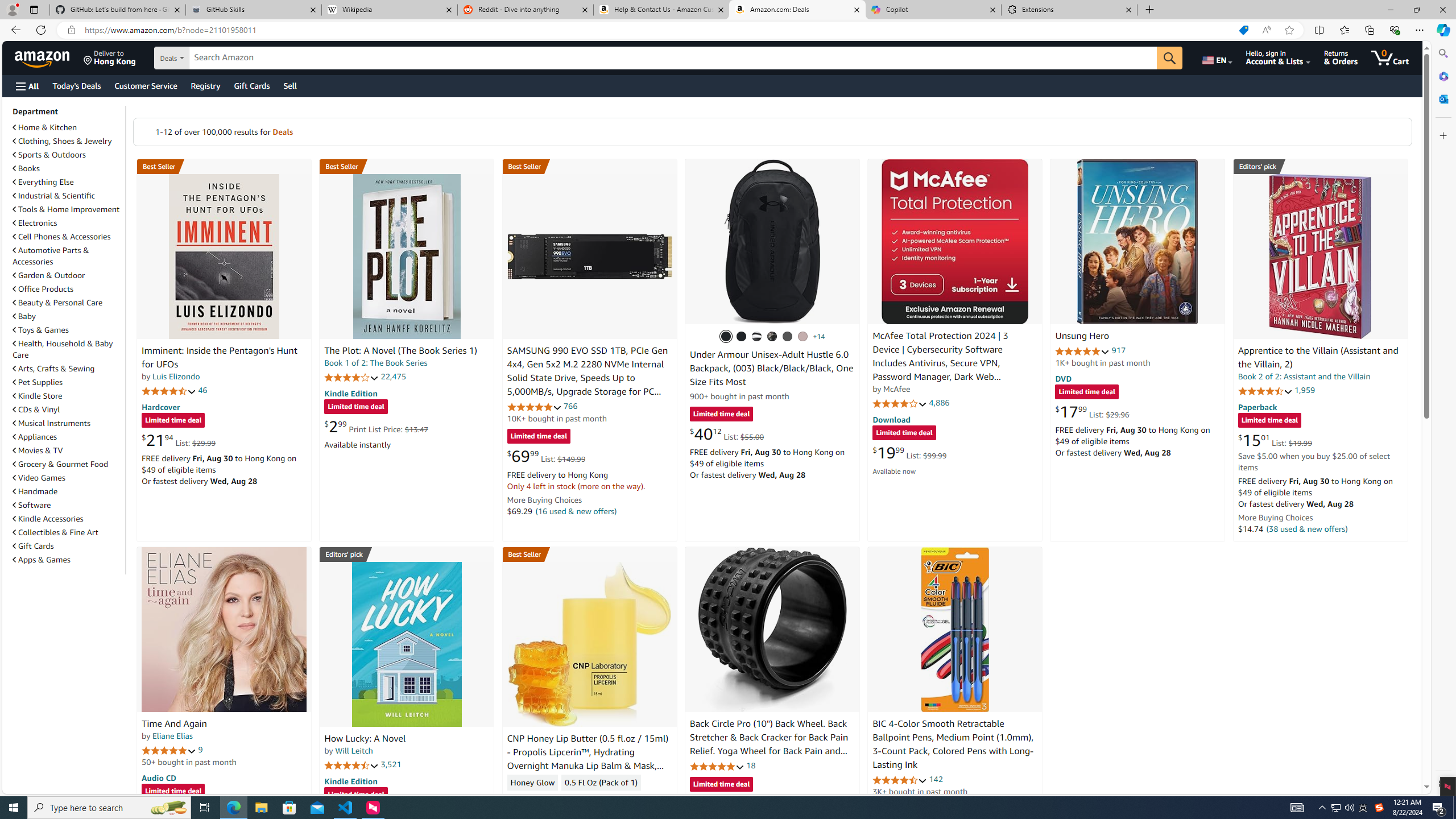 This screenshot has height=819, width=1456. Describe the element at coordinates (178, 440) in the screenshot. I see `'$21.94 List: $29.99'` at that location.